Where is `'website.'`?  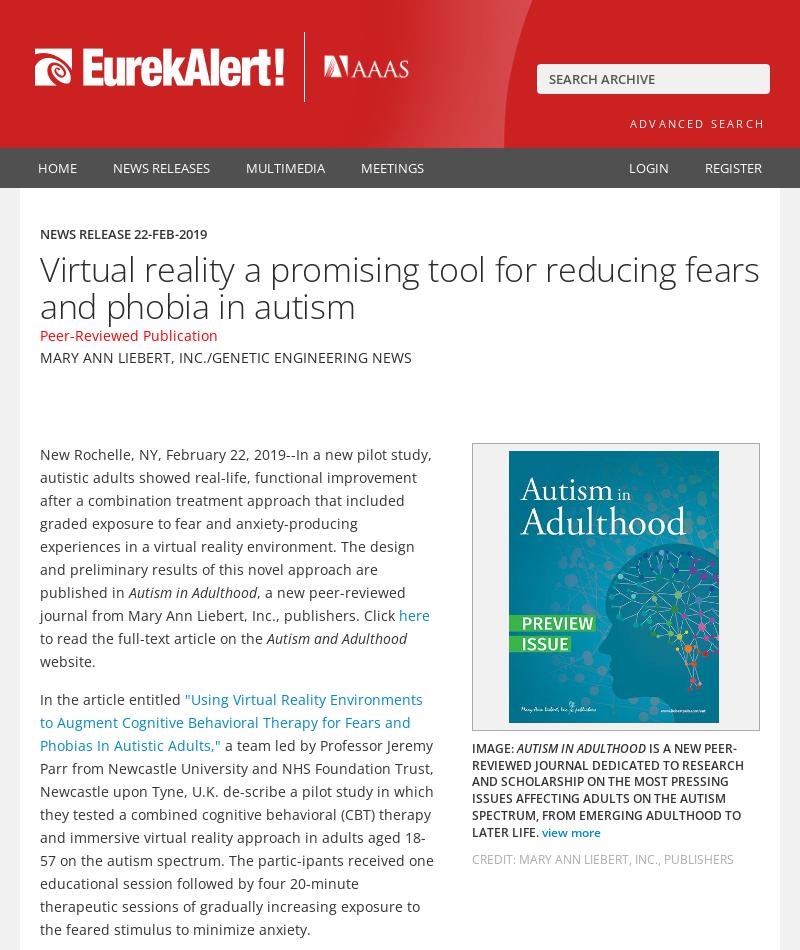
'website.' is located at coordinates (68, 660).